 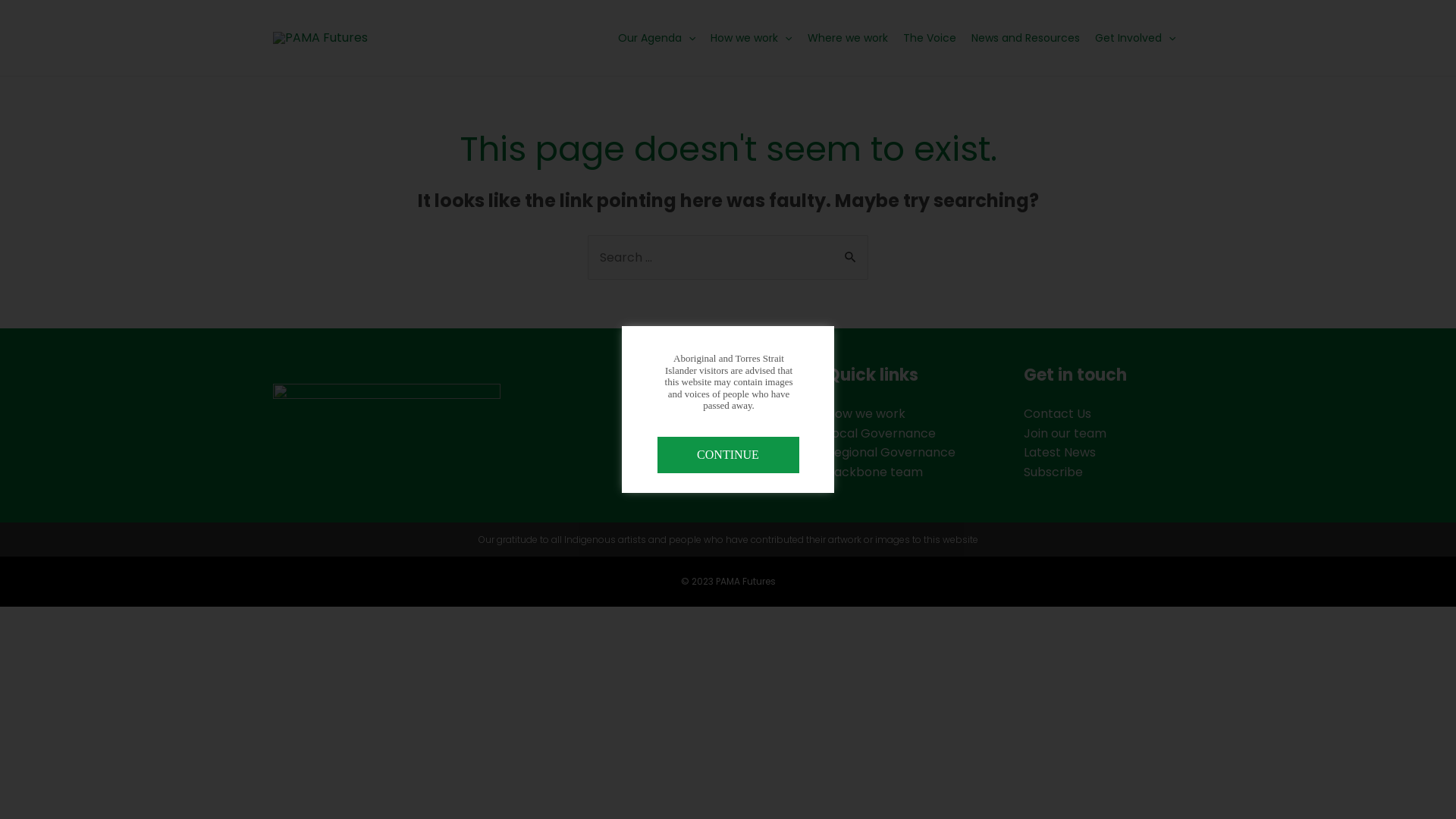 I want to click on 'Join our team', so click(x=1064, y=433).